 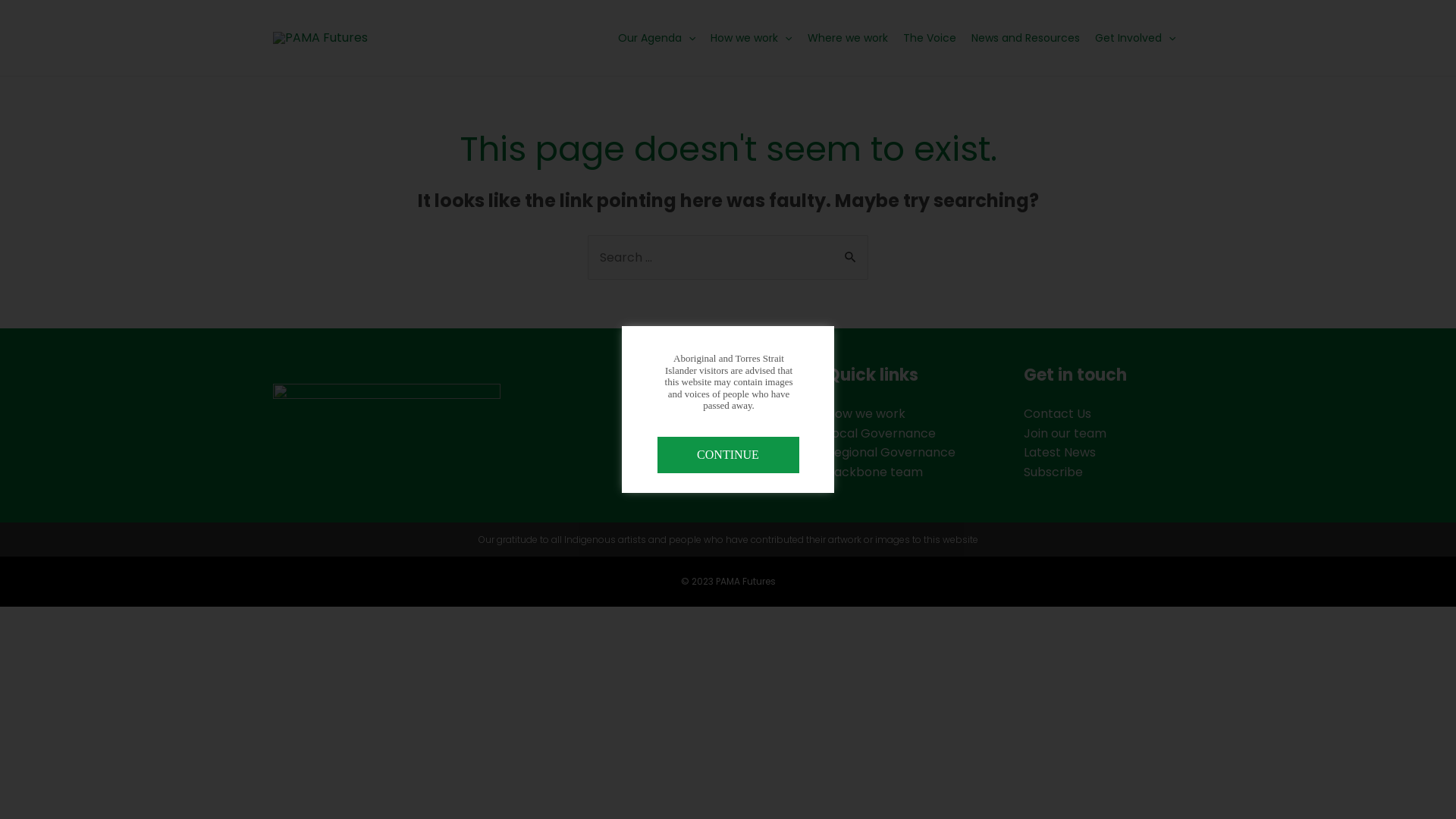 I want to click on 'Join our team', so click(x=1064, y=433).